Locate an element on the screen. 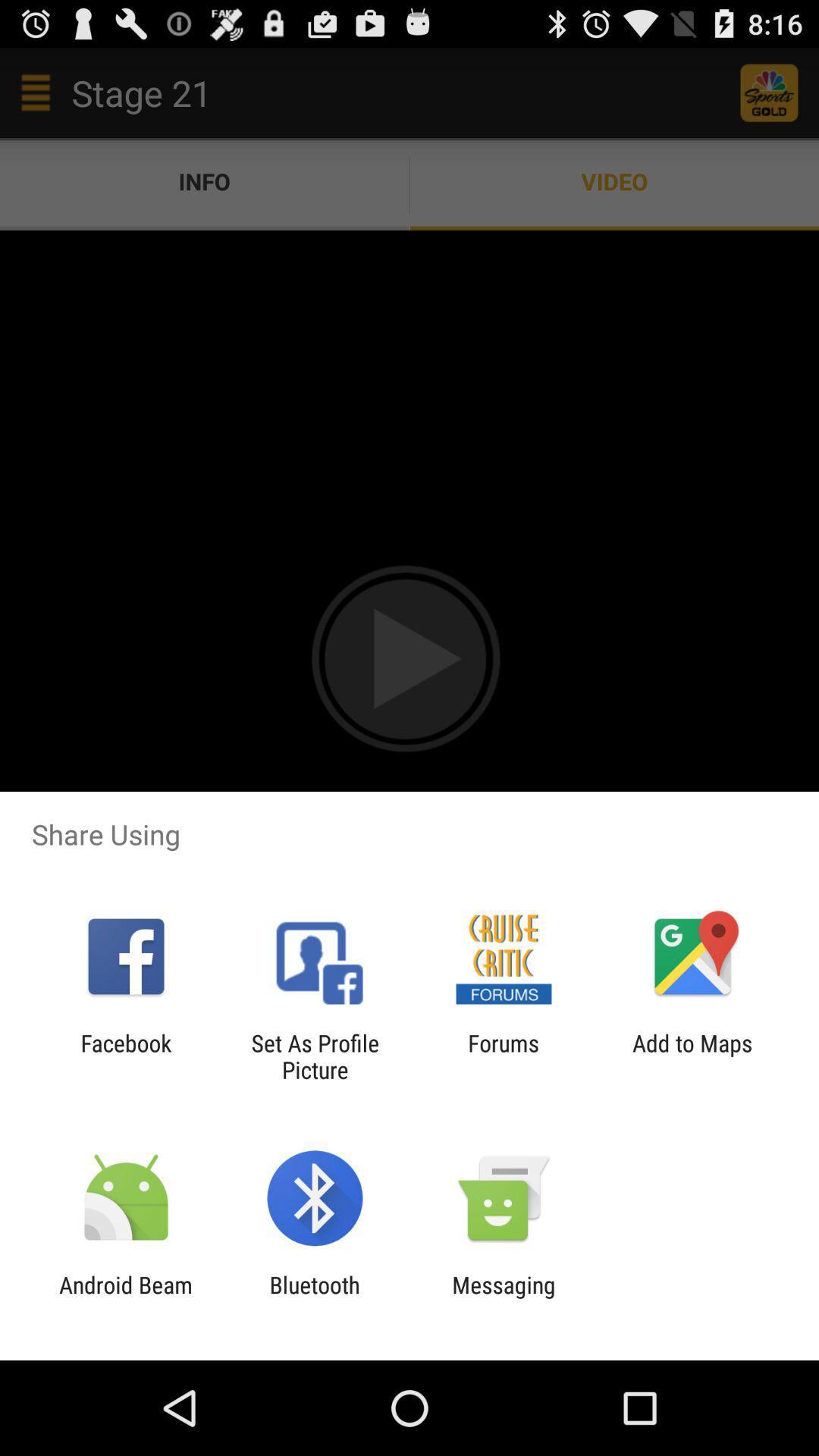 The height and width of the screenshot is (1456, 819). set as profile icon is located at coordinates (314, 1056).